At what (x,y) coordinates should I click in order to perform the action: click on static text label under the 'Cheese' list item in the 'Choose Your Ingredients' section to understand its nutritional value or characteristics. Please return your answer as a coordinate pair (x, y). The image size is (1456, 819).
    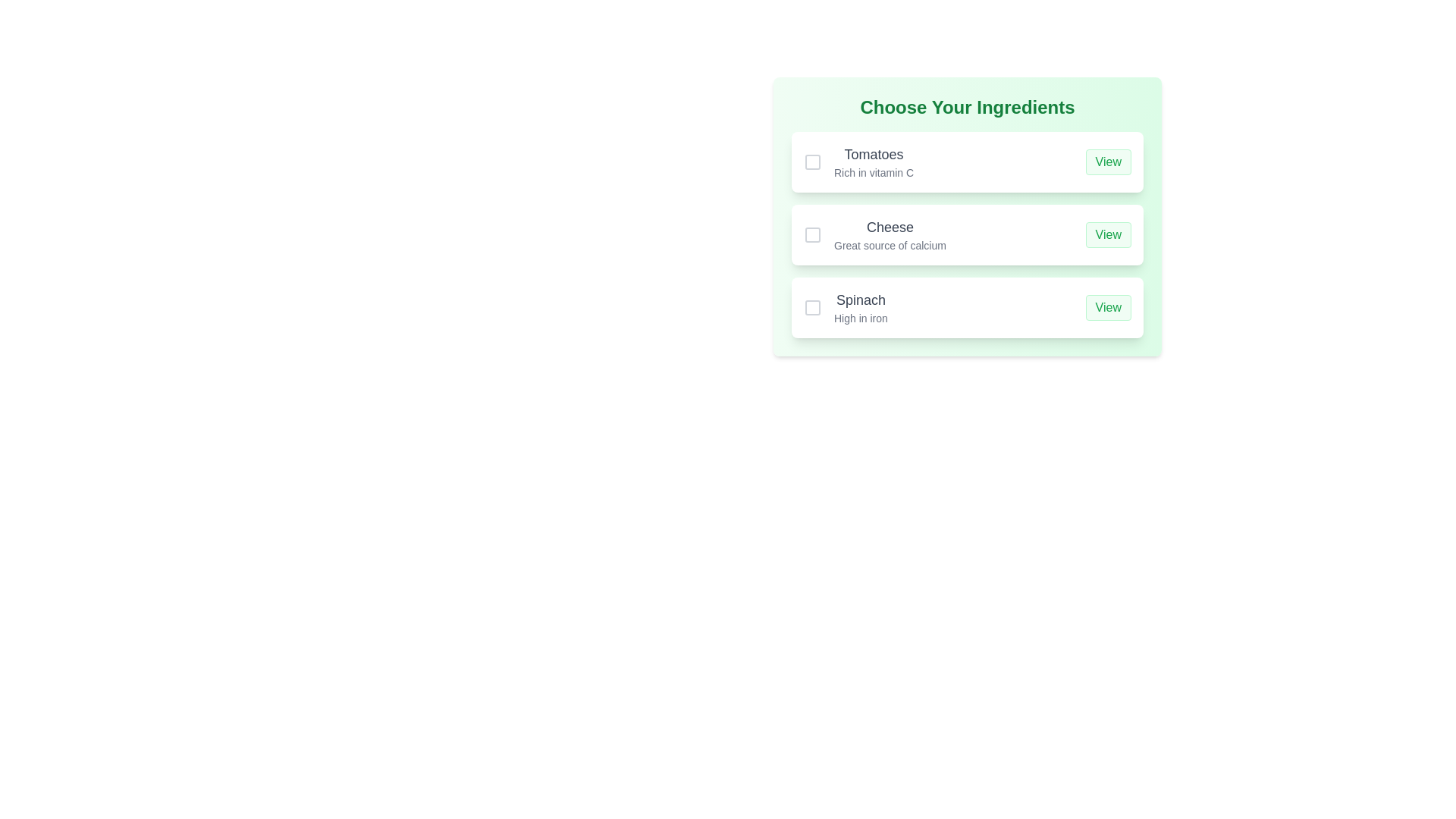
    Looking at the image, I should click on (890, 245).